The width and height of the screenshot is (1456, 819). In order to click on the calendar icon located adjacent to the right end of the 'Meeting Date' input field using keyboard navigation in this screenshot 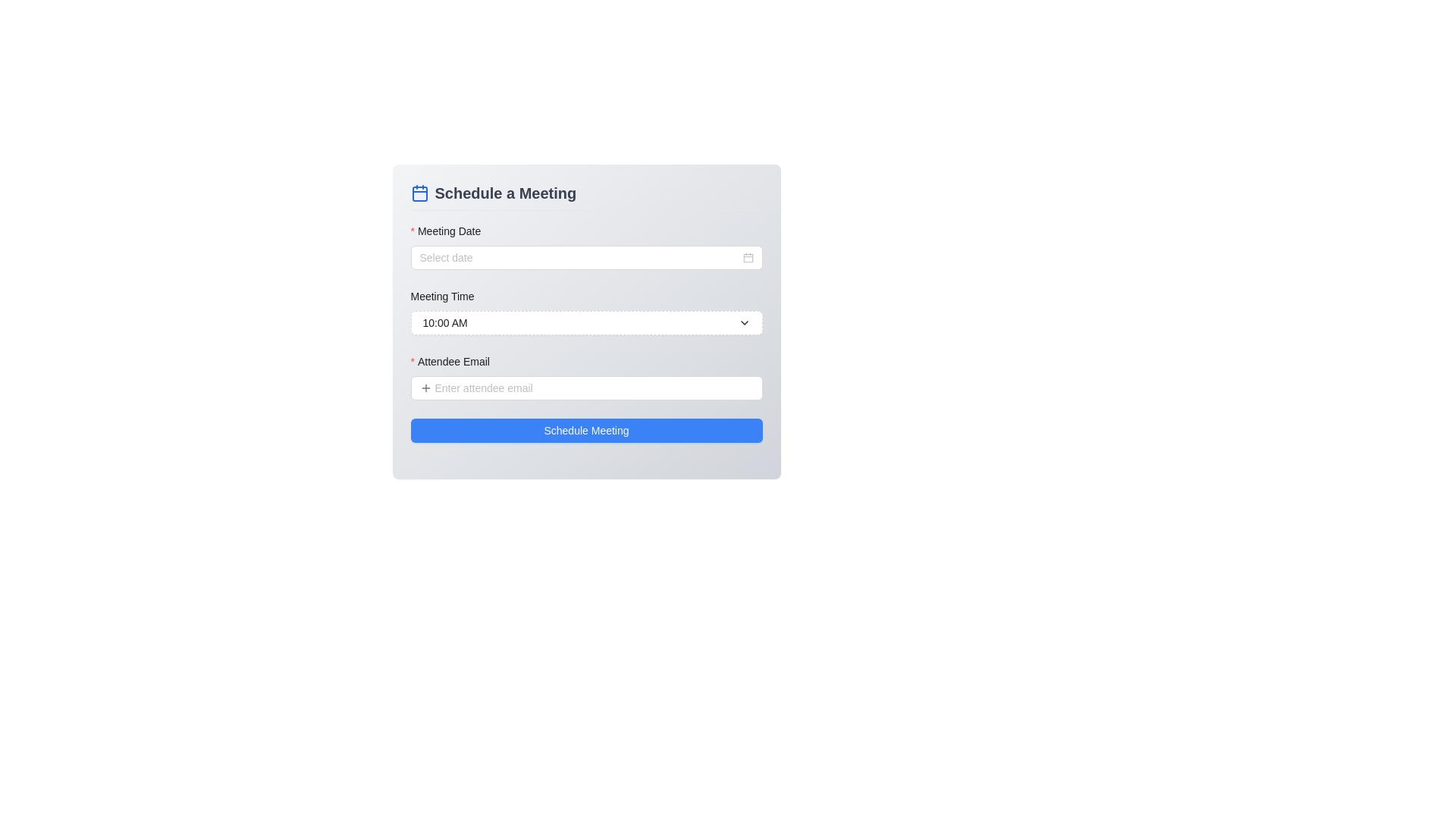, I will do `click(748, 256)`.